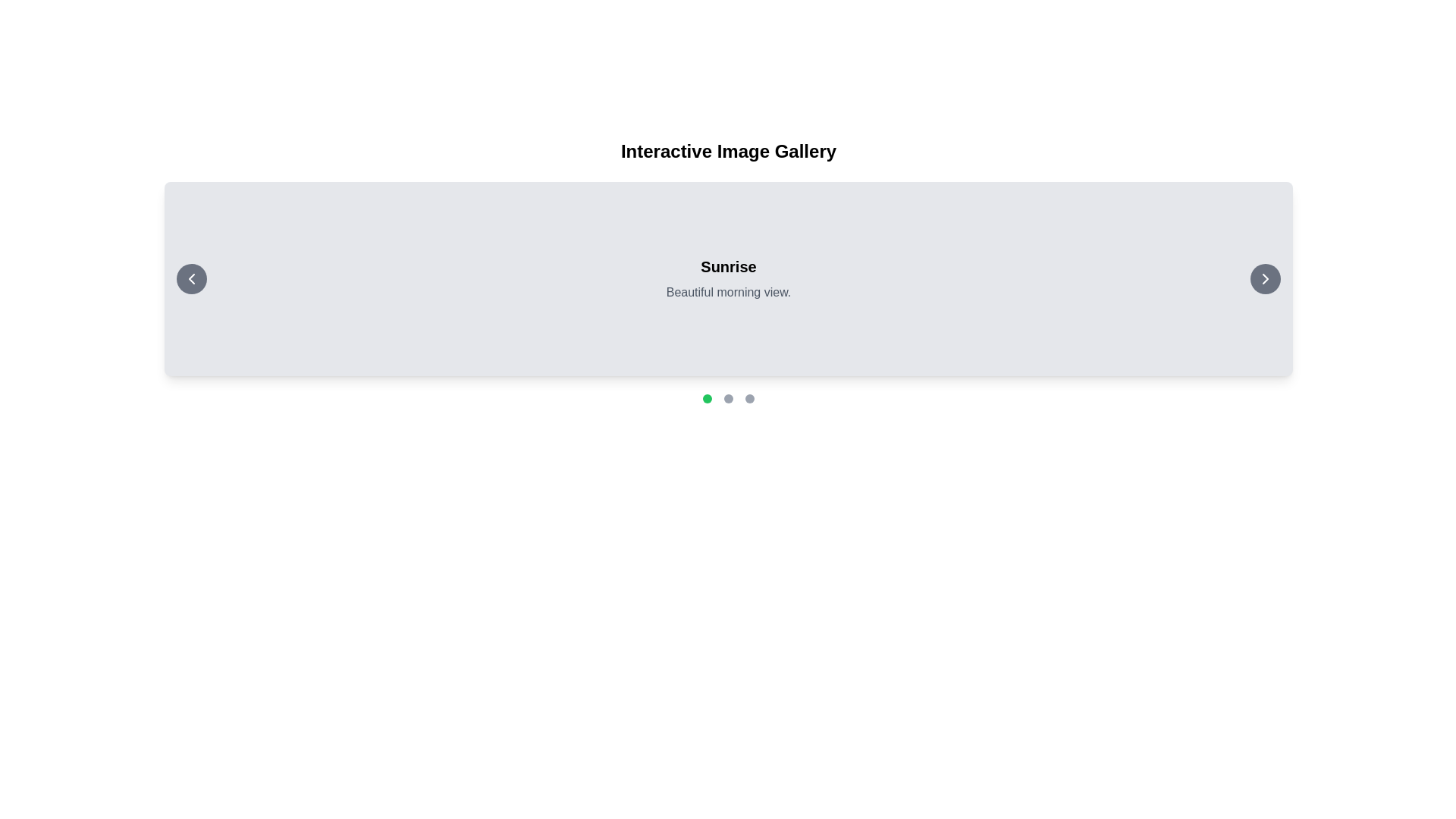  Describe the element at coordinates (706, 397) in the screenshot. I see `the first circular indicator in the sequence located near the bottom of the interface` at that location.